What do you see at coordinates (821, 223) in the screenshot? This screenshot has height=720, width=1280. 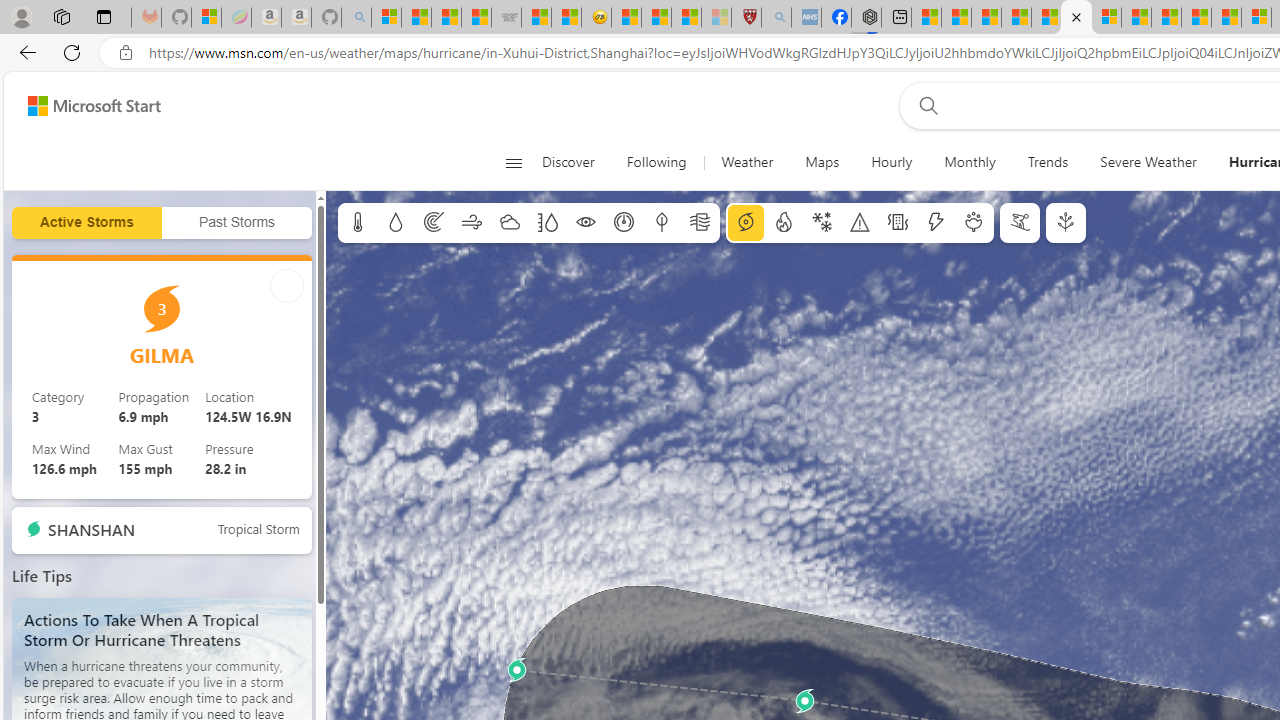 I see `'Winter weather'` at bounding box center [821, 223].